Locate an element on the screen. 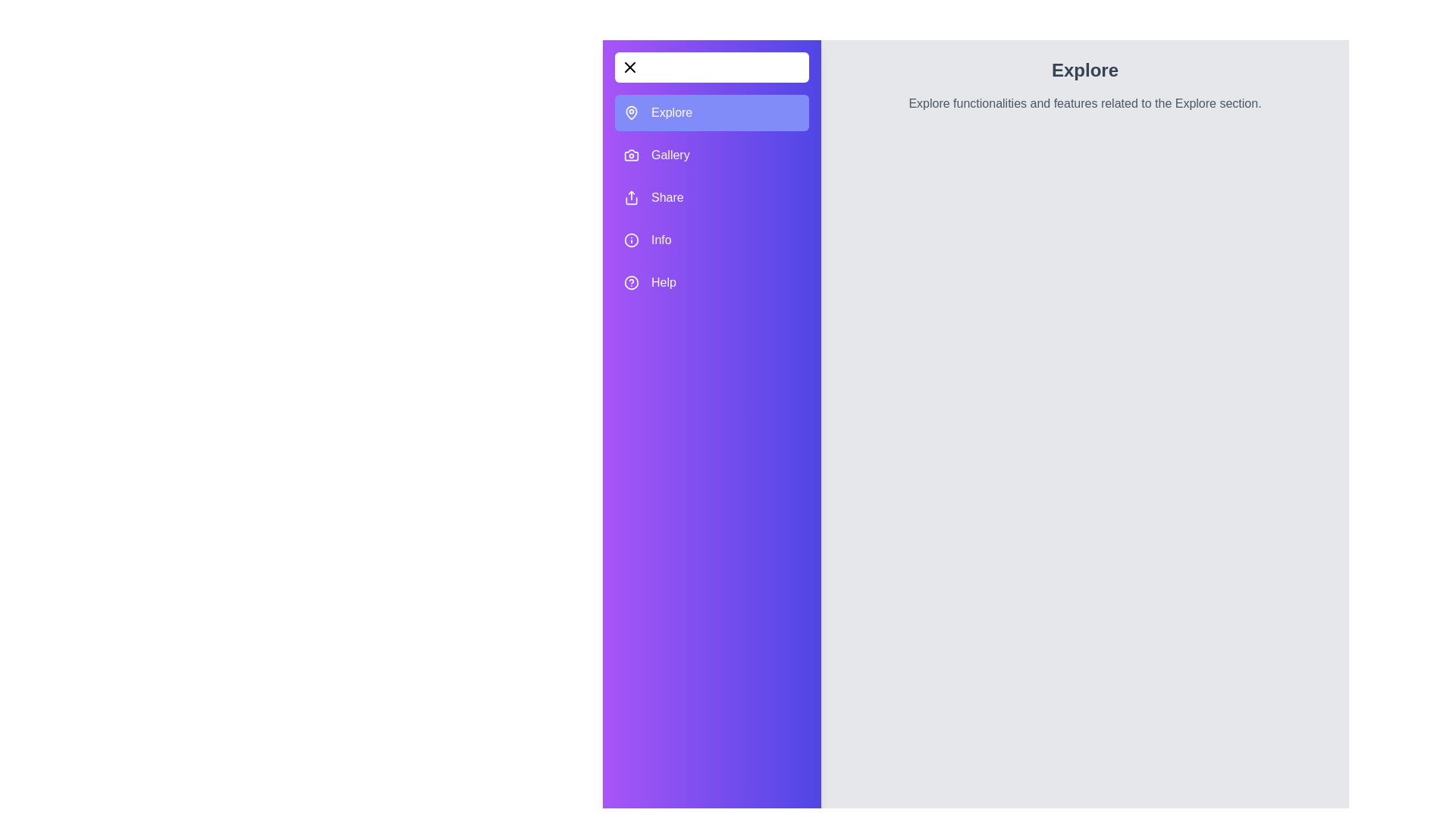 This screenshot has width=1456, height=819. the tab labeled Explore in the navigation drawer is located at coordinates (711, 112).